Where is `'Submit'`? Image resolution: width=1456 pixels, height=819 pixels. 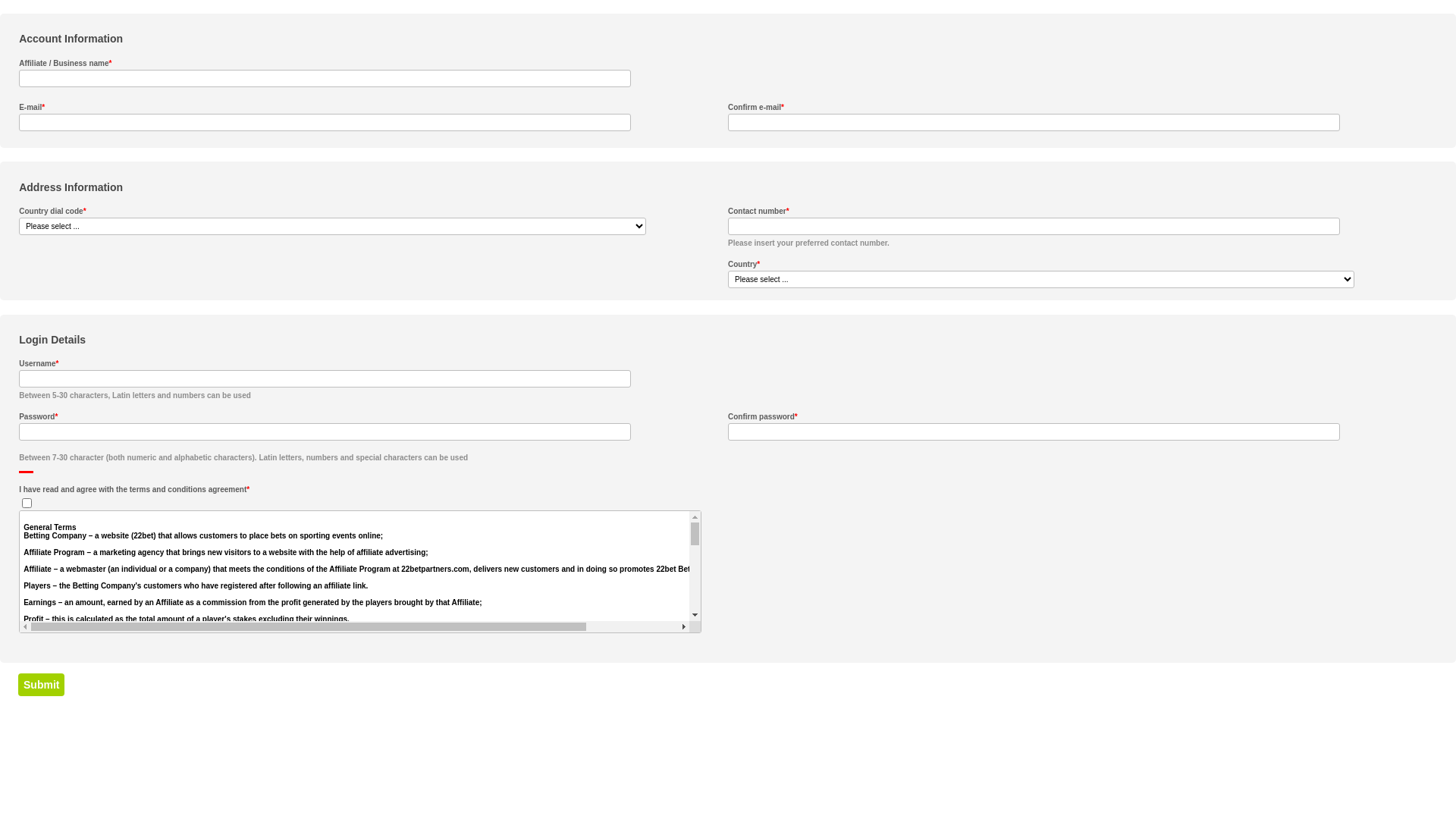
'Submit' is located at coordinates (41, 684).